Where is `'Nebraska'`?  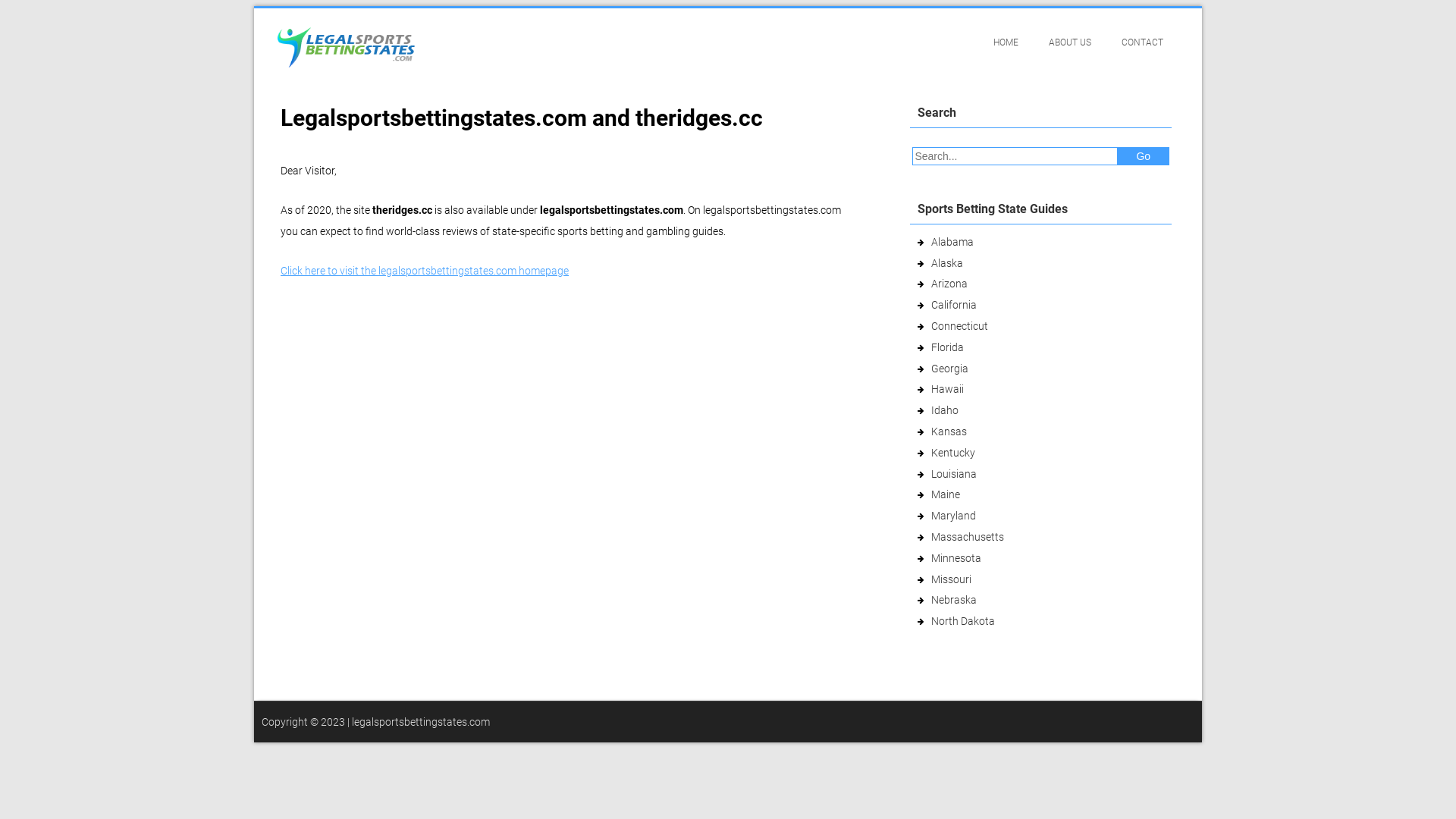
'Nebraska' is located at coordinates (952, 598).